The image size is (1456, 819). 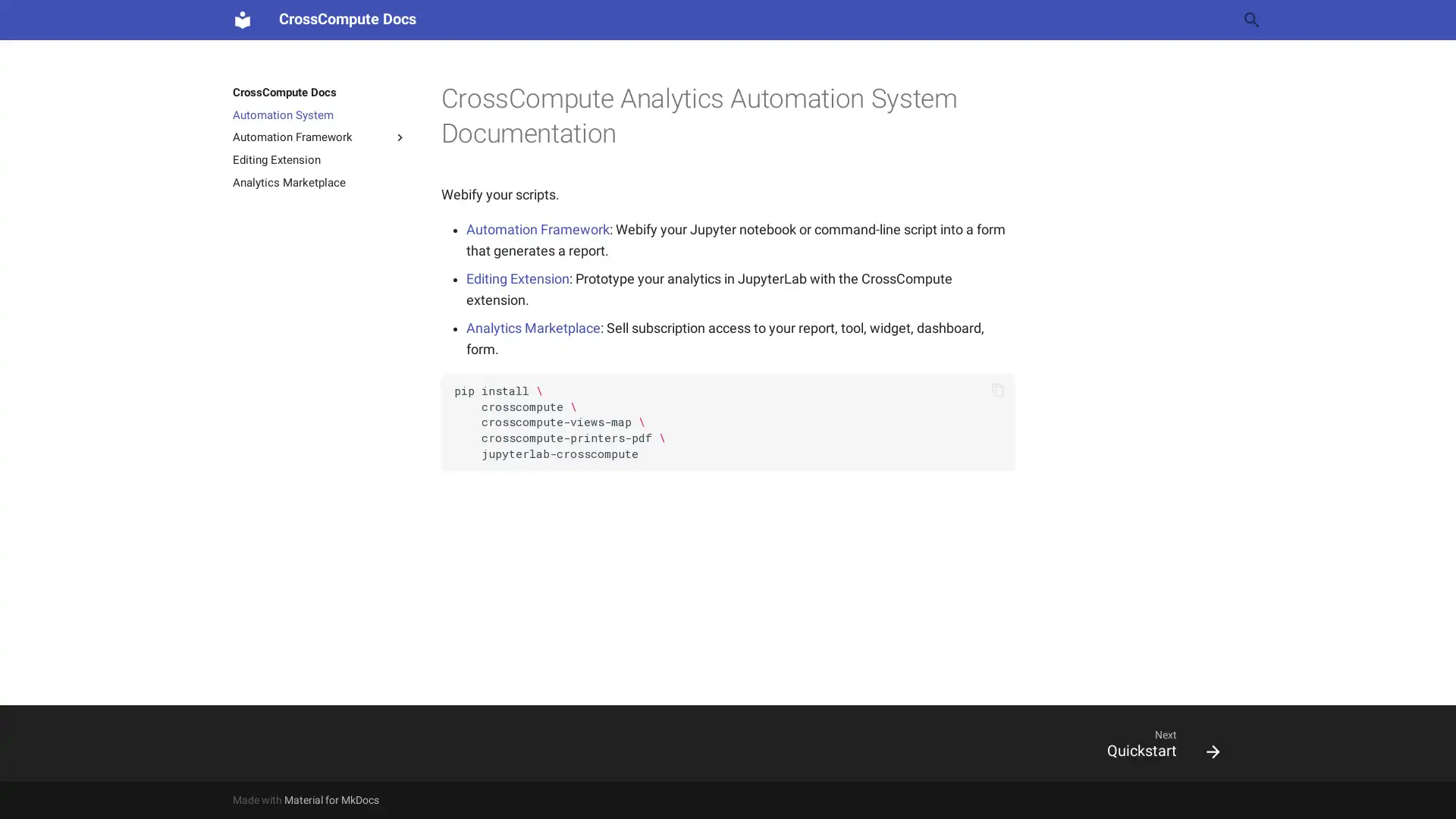 I want to click on Clear, so click(x=1215, y=20).